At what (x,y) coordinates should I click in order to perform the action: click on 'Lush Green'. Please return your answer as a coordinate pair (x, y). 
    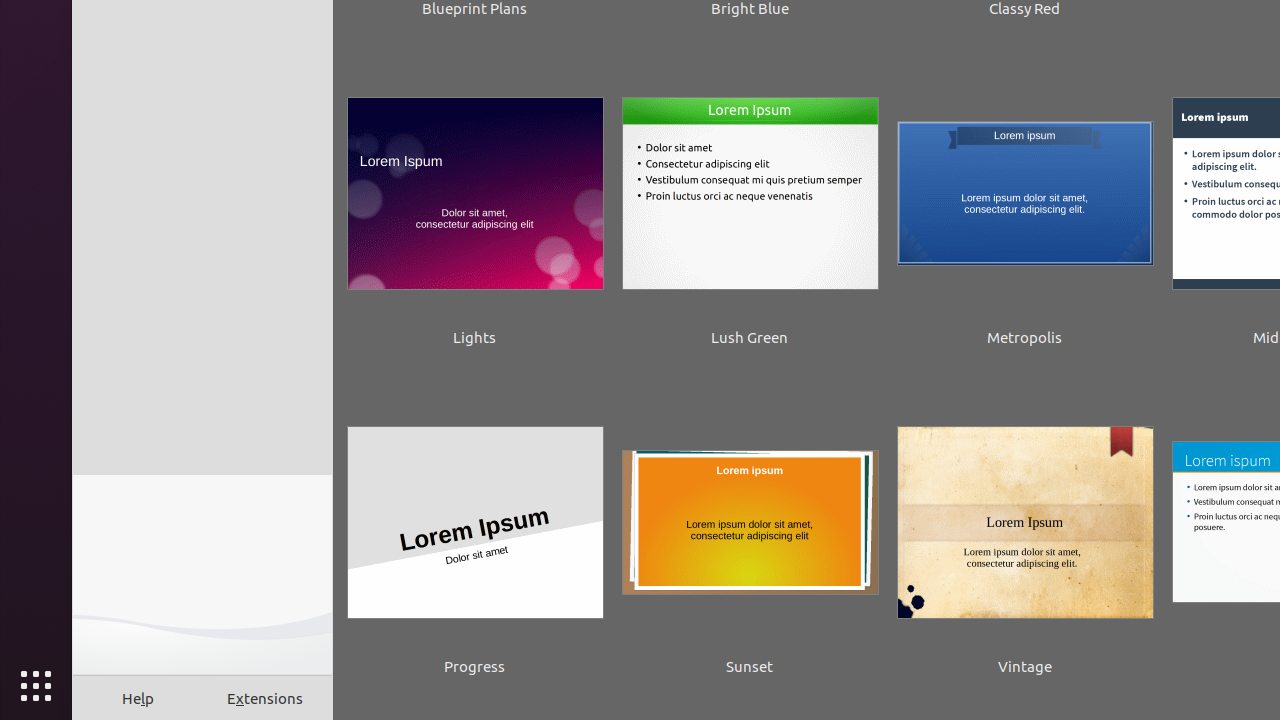
    Looking at the image, I should click on (748, 208).